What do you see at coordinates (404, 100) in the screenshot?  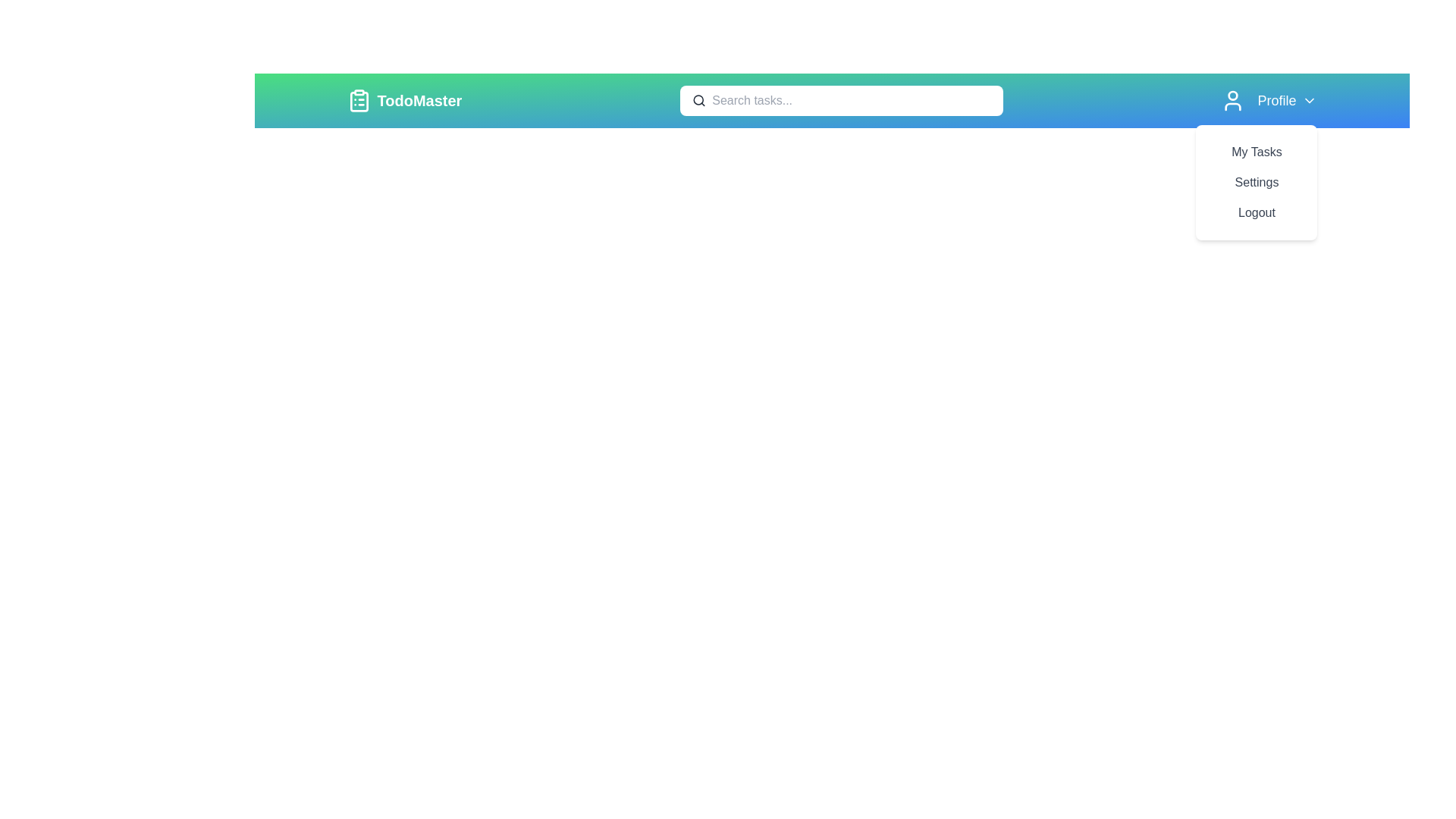 I see `the brand logo and application name displayed on the far-left side of the header bar, which is static and non-interactive` at bounding box center [404, 100].